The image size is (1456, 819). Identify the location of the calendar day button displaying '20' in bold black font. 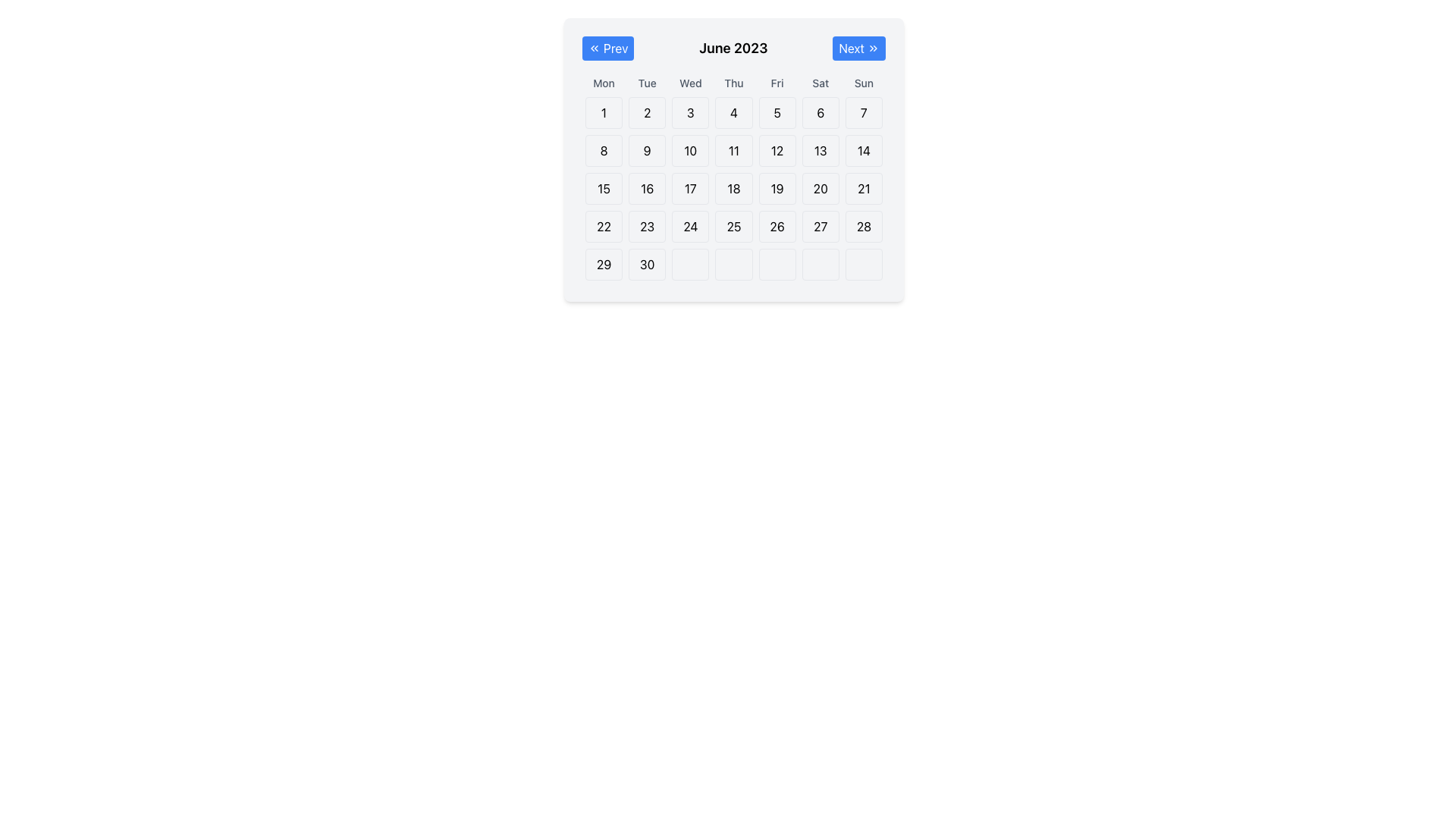
(820, 188).